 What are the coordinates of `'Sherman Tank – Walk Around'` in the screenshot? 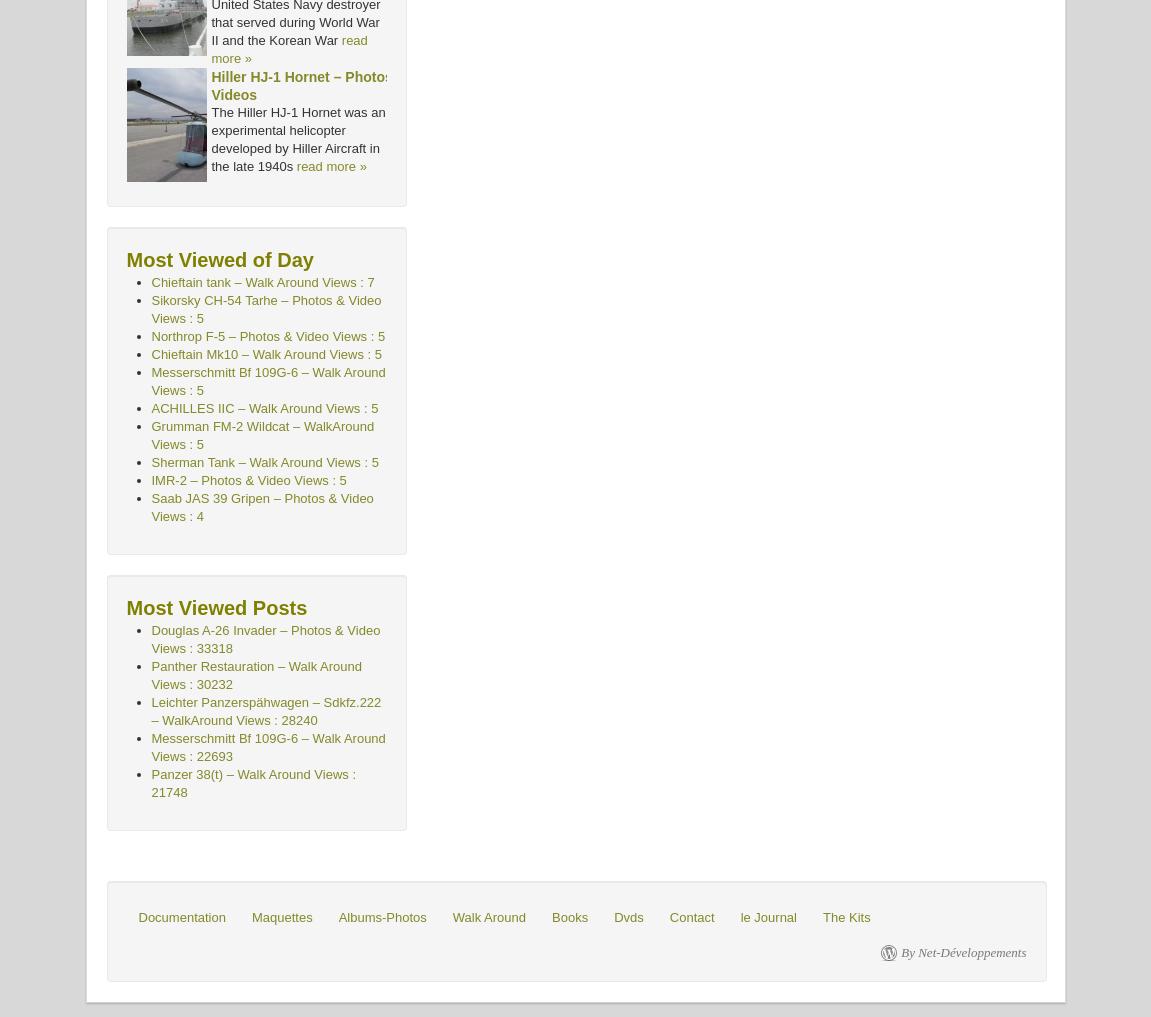 It's located at (236, 461).